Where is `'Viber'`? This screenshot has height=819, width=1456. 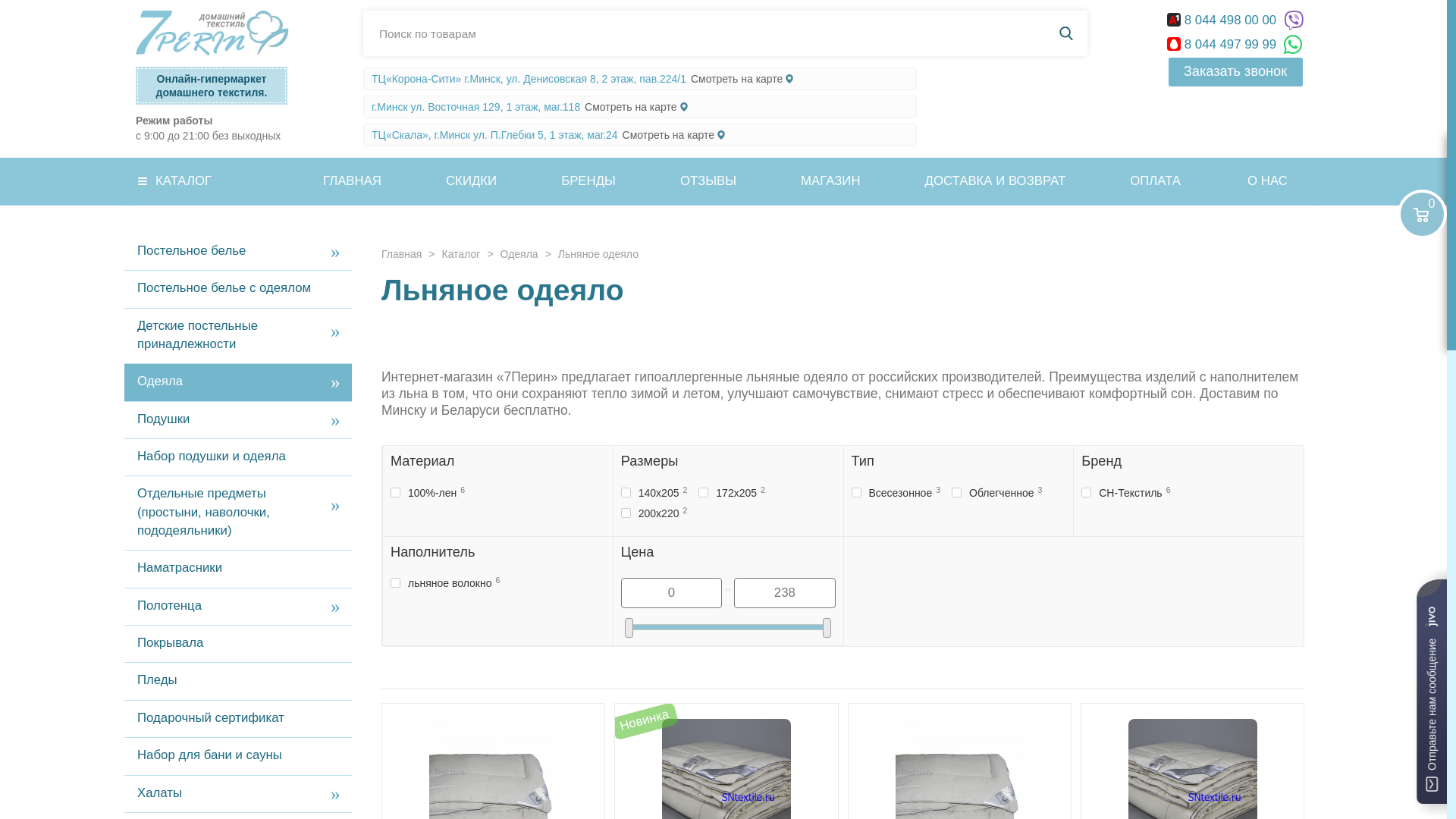 'Viber' is located at coordinates (1283, 20).